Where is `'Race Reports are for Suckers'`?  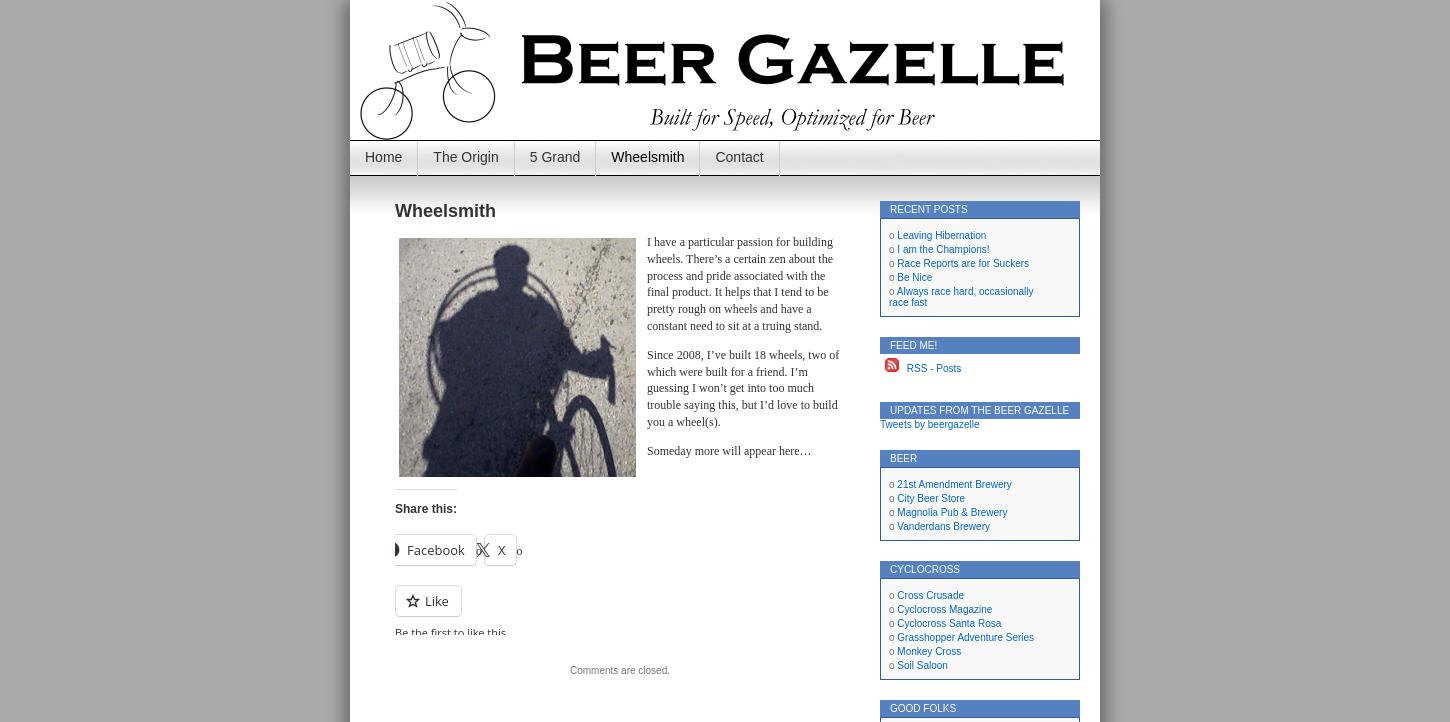 'Race Reports are for Suckers' is located at coordinates (961, 263).